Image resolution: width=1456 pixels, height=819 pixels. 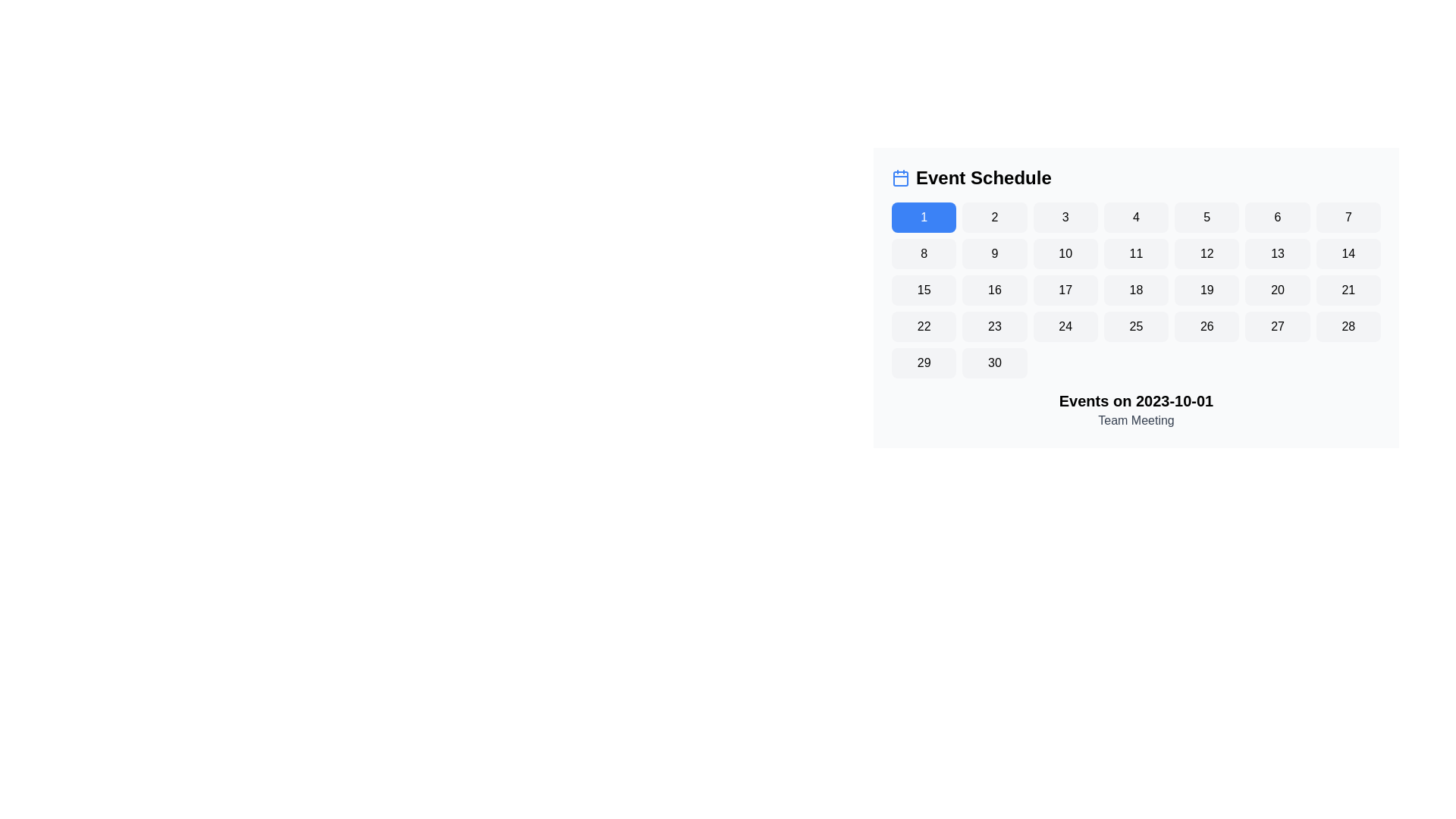 What do you see at coordinates (923, 290) in the screenshot?
I see `the button labeled '15' in the third row of the fifth column of the calendar grid` at bounding box center [923, 290].